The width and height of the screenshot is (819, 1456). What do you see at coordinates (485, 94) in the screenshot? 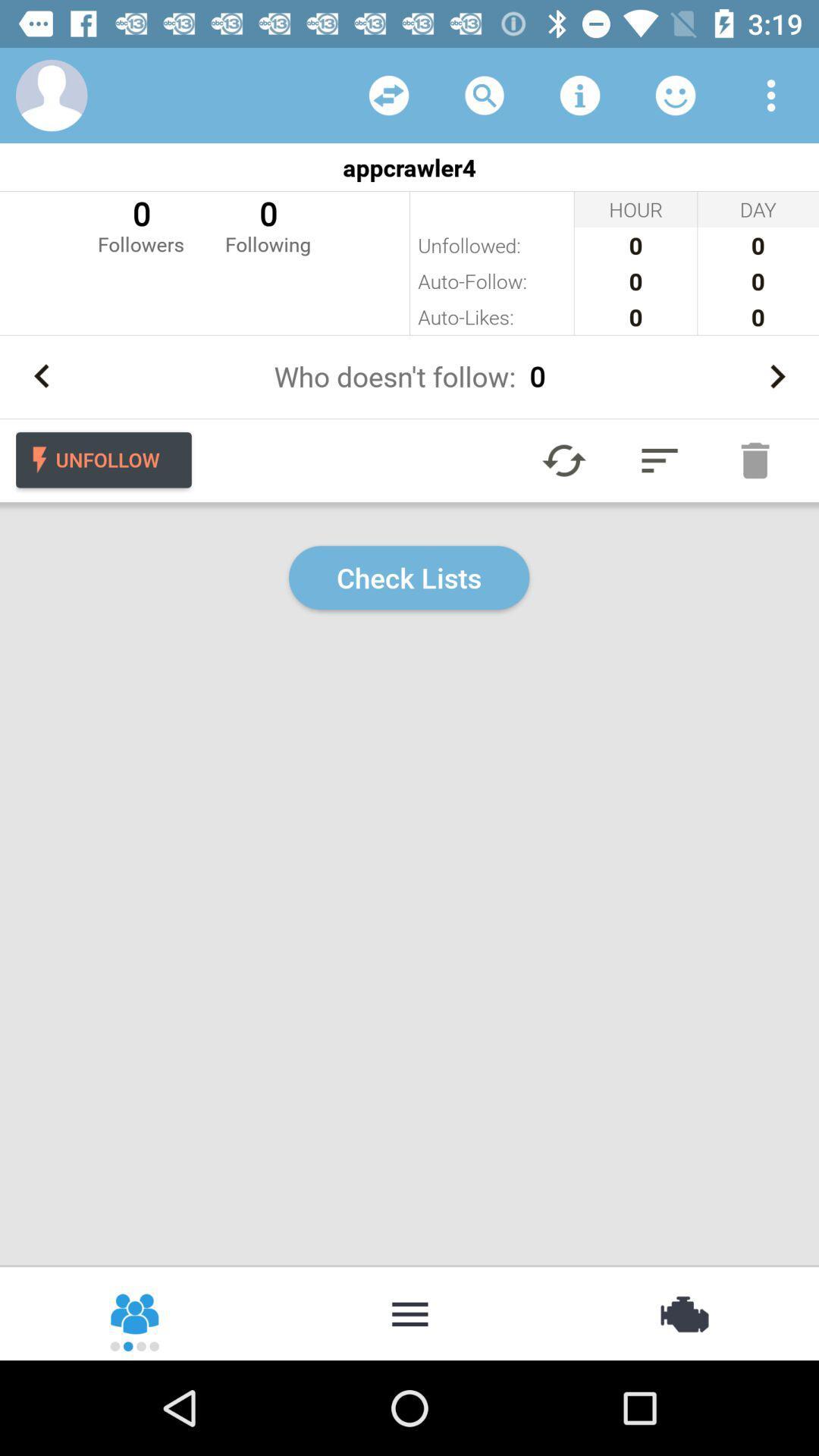
I see `search button` at bounding box center [485, 94].